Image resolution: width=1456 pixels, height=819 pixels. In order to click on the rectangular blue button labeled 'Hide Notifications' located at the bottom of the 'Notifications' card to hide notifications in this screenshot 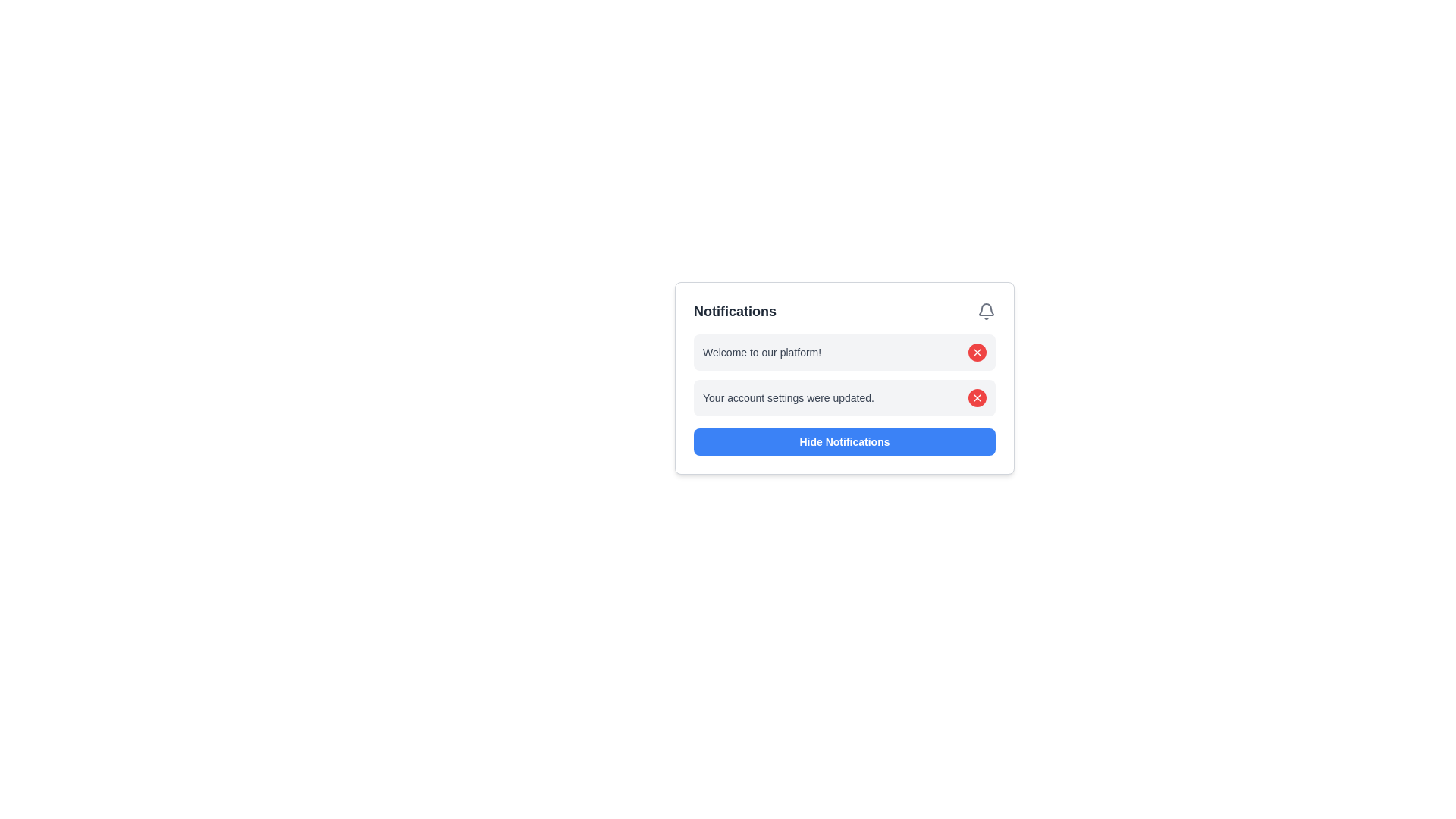, I will do `click(843, 441)`.